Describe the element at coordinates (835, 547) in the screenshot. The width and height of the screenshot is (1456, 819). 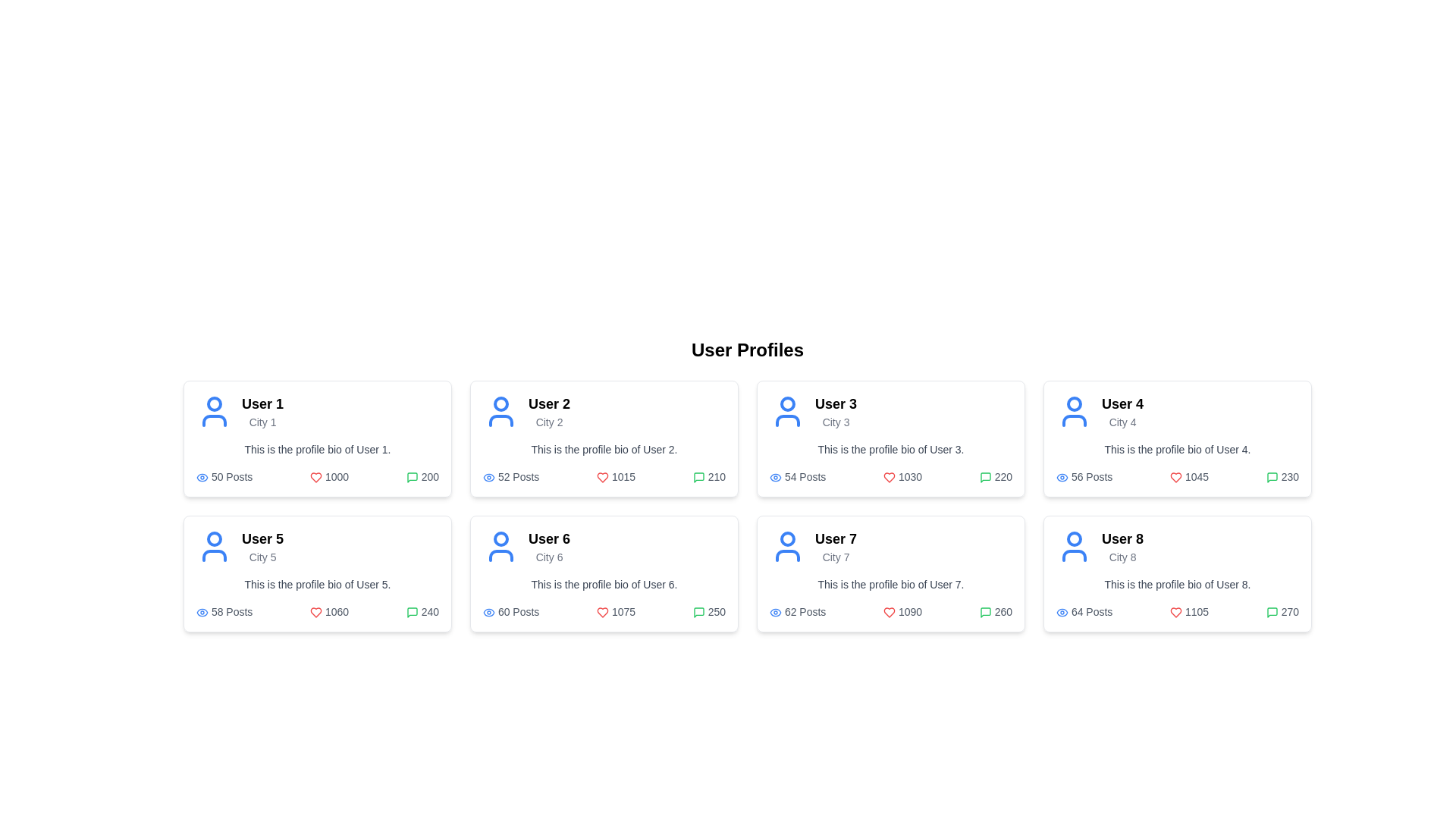
I see `text content of the Text display showing 'User 7' in bold and 'City 7' in smaller gray font, located in the seventh profile card in a 4x2 grid layout` at that location.